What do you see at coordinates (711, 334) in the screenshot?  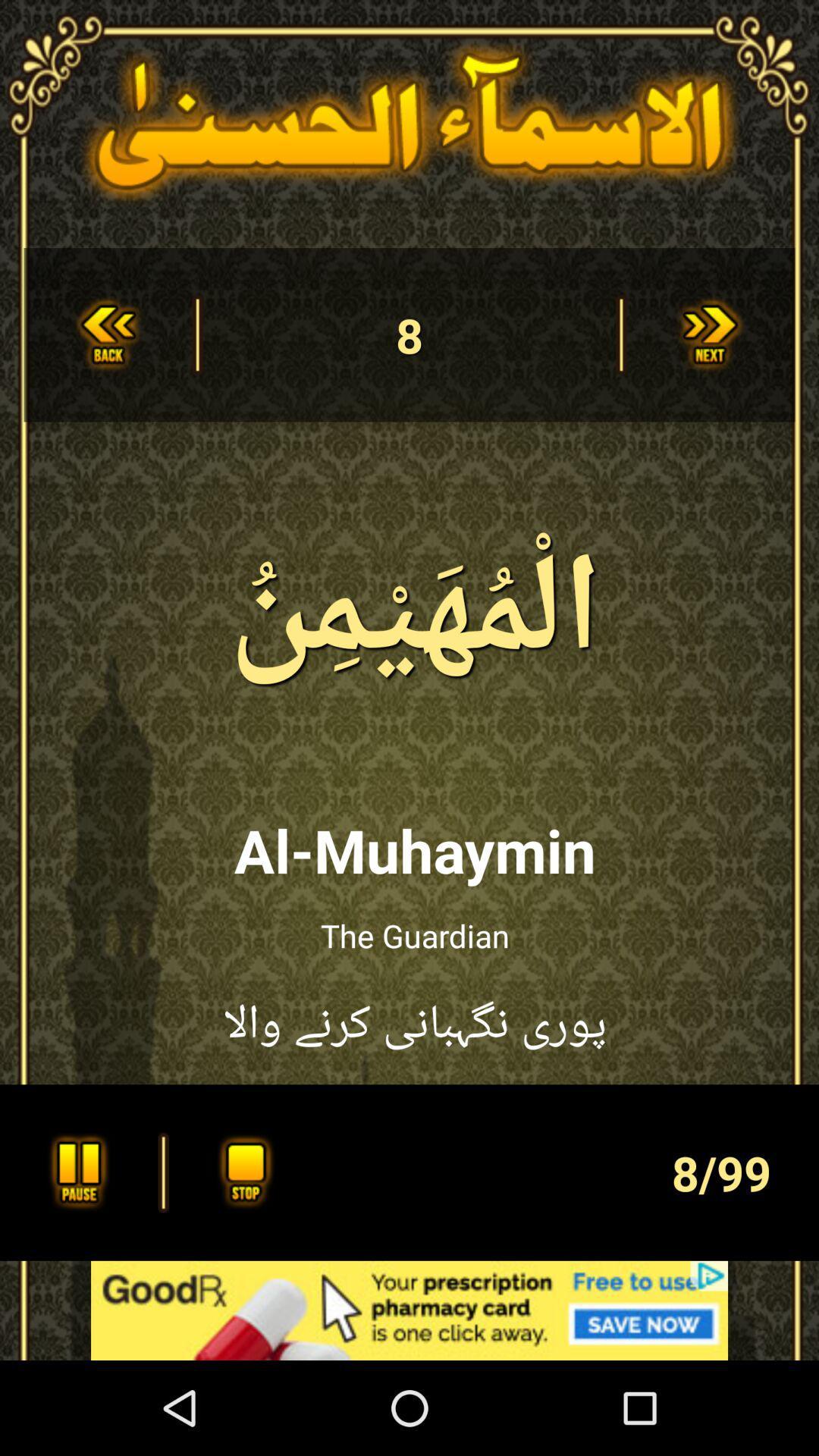 I see `next` at bounding box center [711, 334].